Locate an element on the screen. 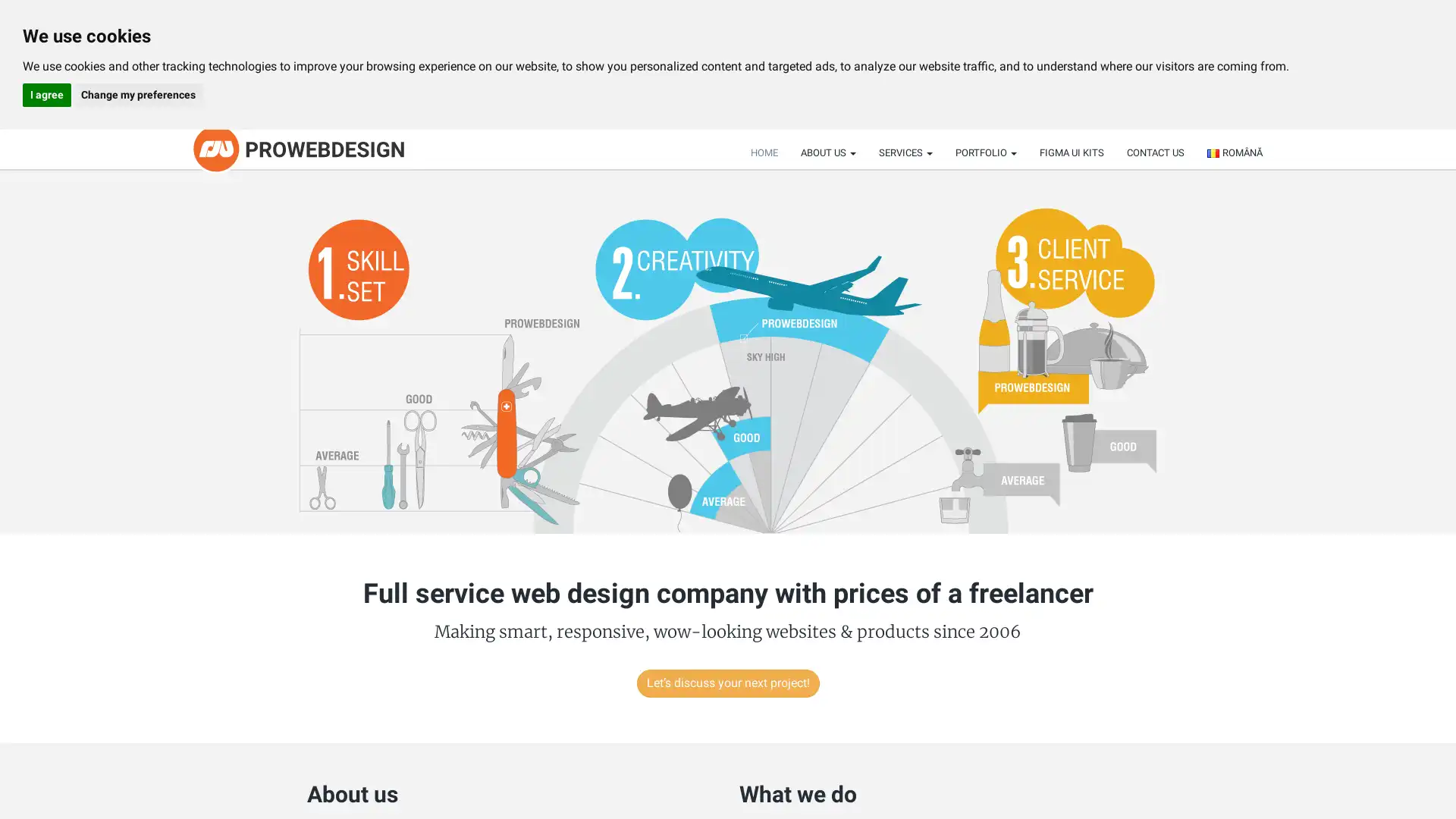 This screenshot has width=1456, height=819. I agree is located at coordinates (47, 95).